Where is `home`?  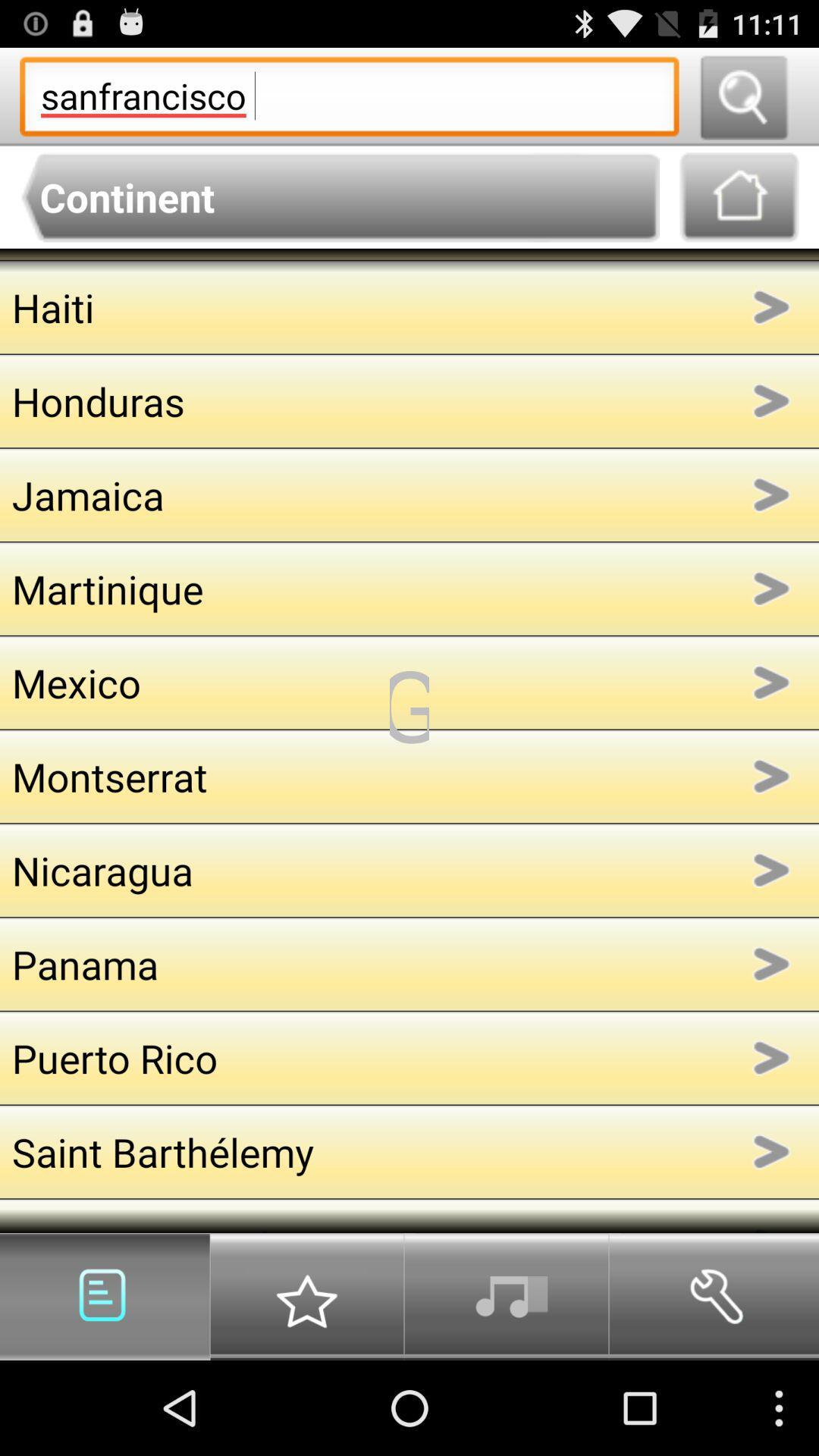 home is located at coordinates (739, 196).